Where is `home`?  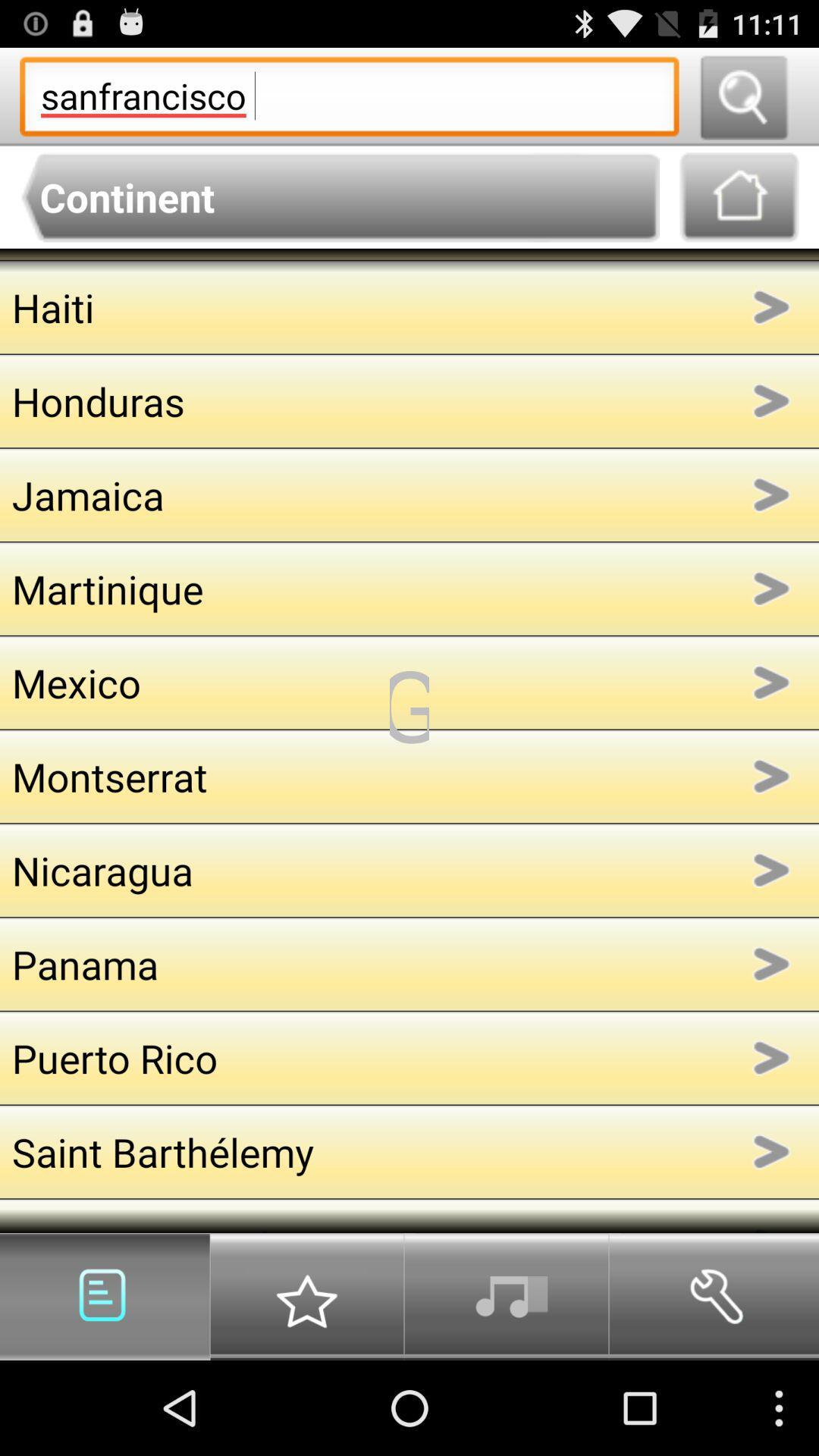 home is located at coordinates (739, 196).